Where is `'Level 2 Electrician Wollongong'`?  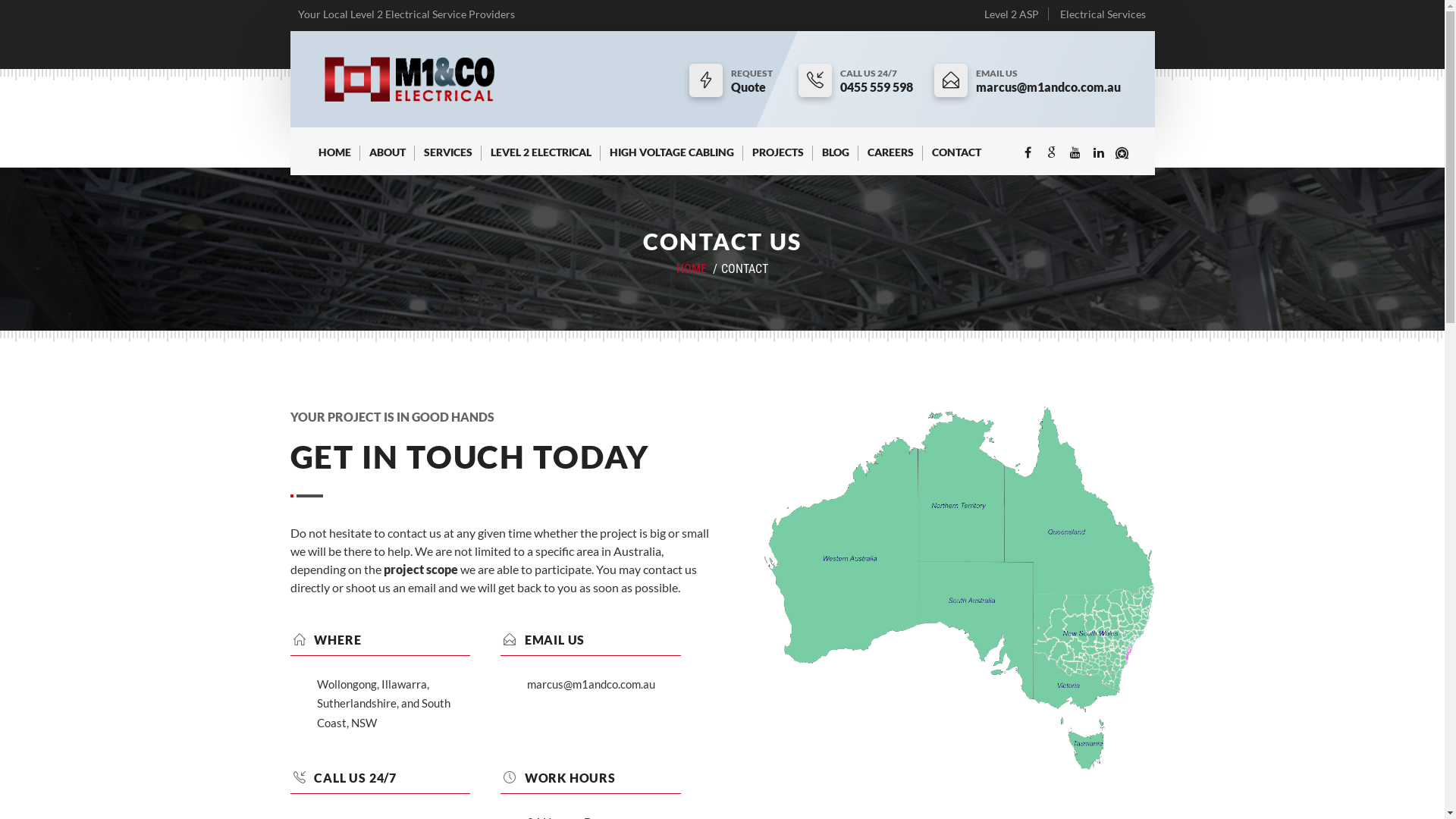 'Level 2 Electrician Wollongong' is located at coordinates (409, 79).